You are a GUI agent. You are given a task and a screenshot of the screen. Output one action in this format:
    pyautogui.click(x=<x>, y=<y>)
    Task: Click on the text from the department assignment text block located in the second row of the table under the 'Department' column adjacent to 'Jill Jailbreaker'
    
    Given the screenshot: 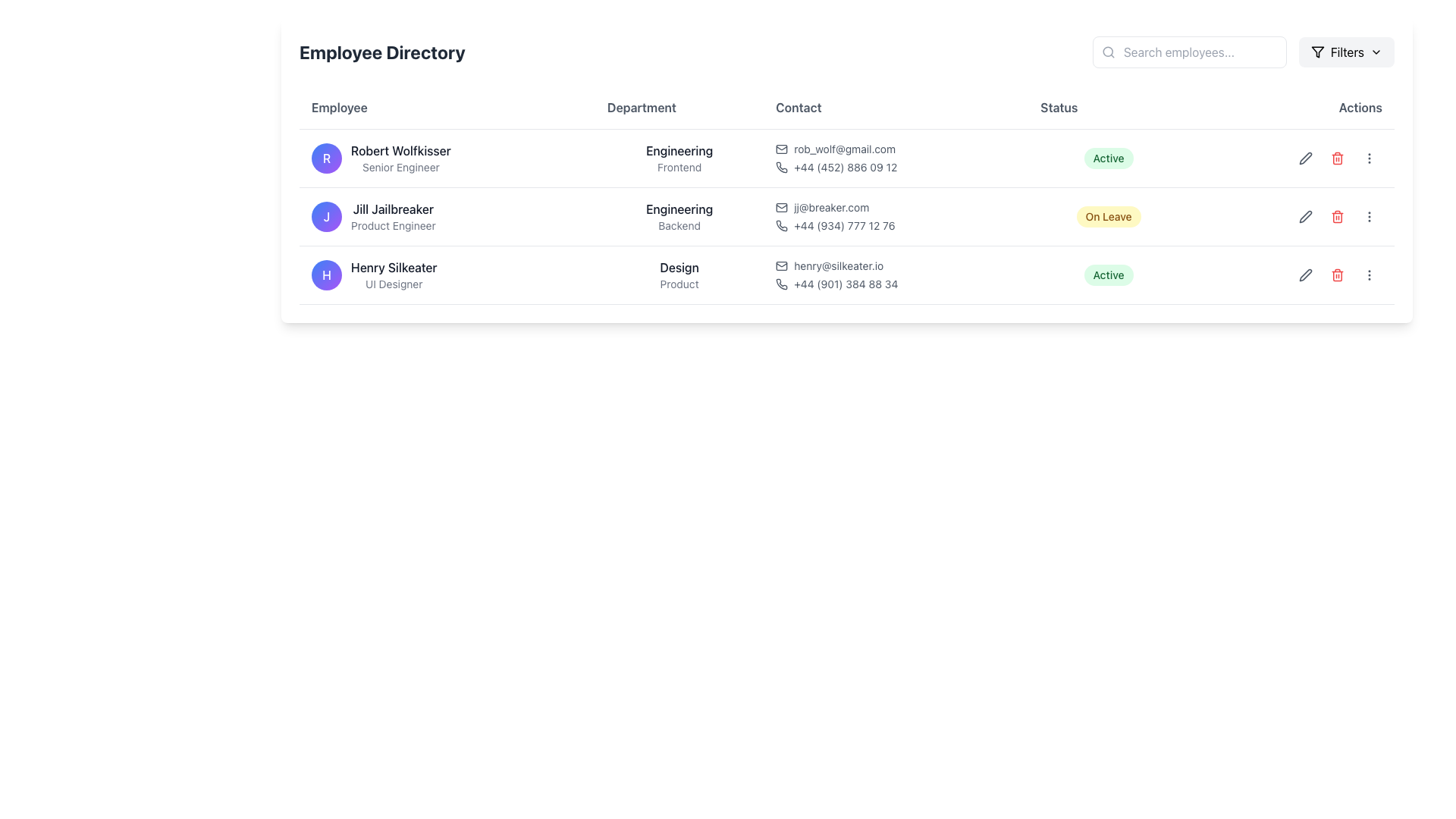 What is the action you would take?
    pyautogui.click(x=679, y=216)
    